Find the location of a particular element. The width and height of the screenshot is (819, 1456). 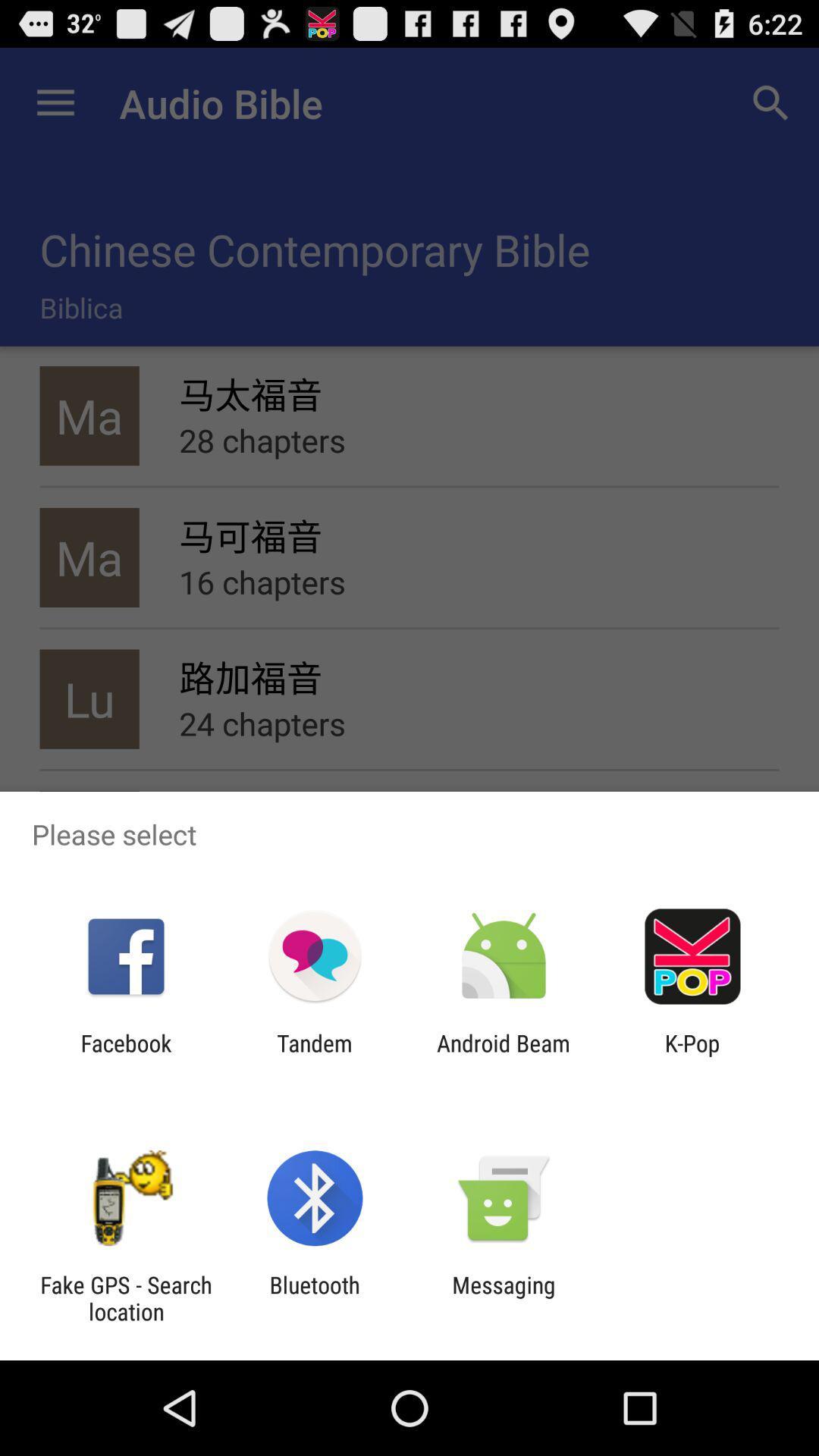

messaging icon is located at coordinates (504, 1298).